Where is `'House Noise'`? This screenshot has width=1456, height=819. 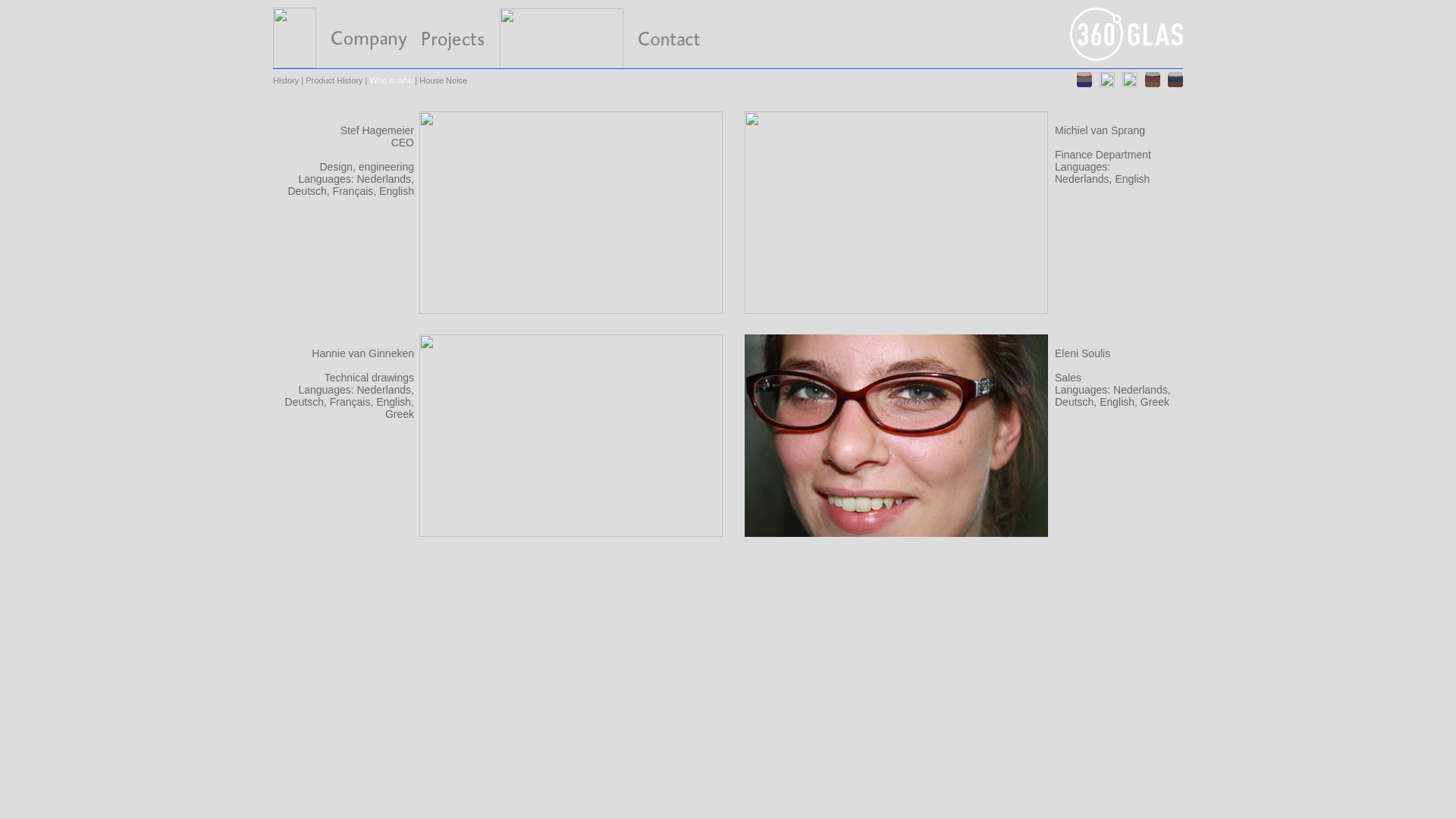
'House Noise' is located at coordinates (442, 80).